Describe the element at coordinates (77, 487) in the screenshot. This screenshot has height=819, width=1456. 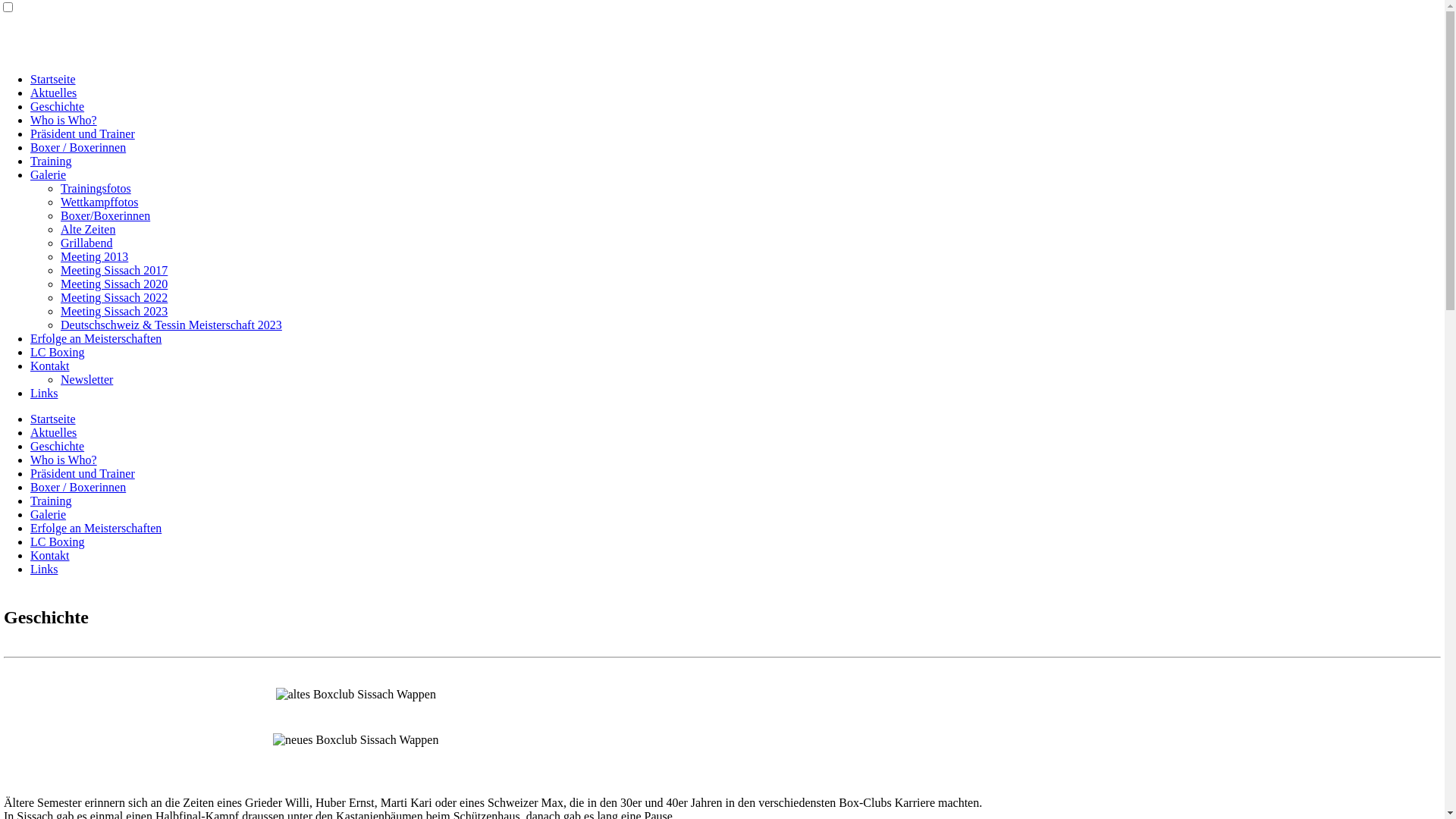
I see `'Boxer / Boxerinnen'` at that location.